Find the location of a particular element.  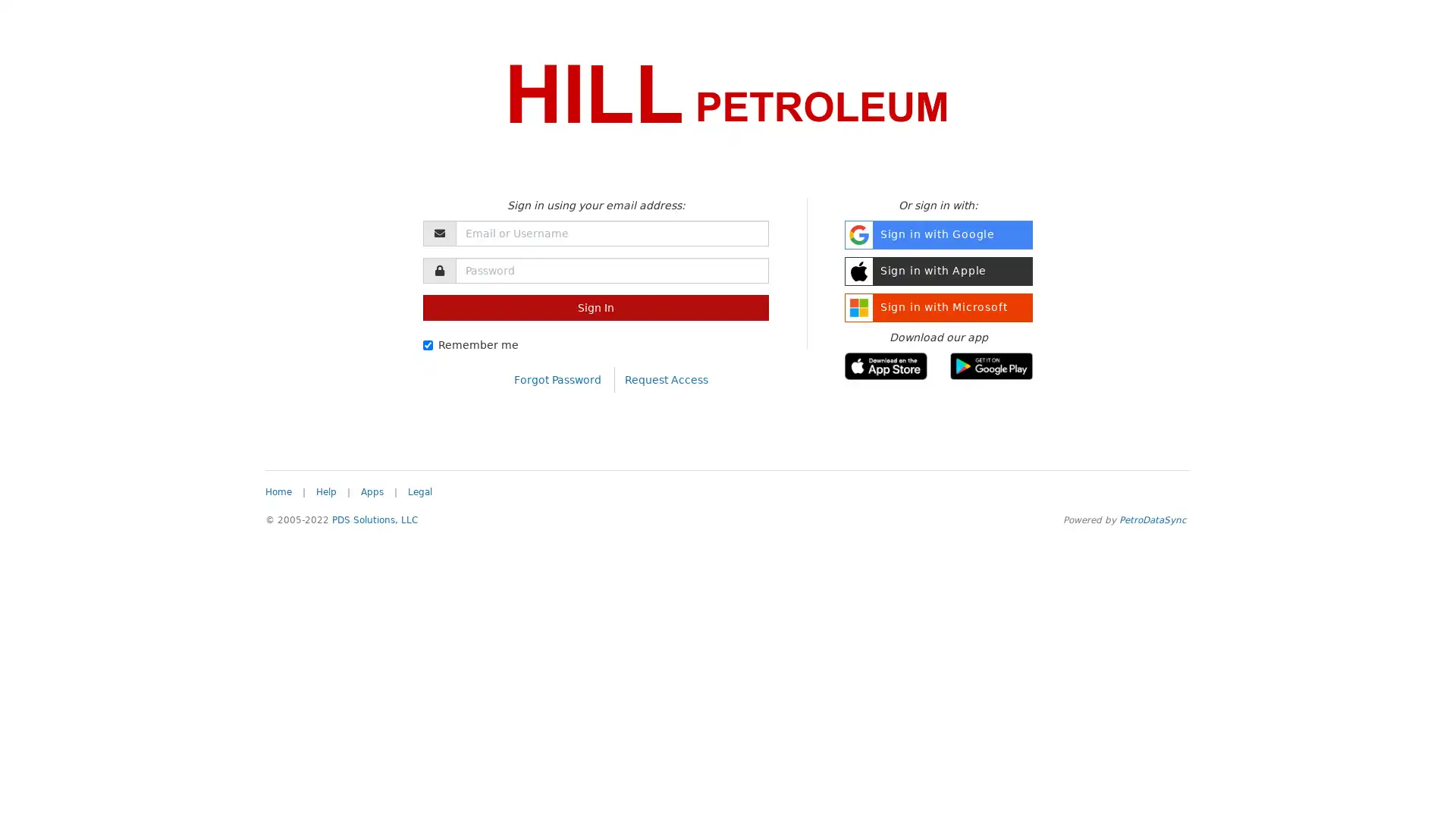

Request Access is located at coordinates (666, 378).